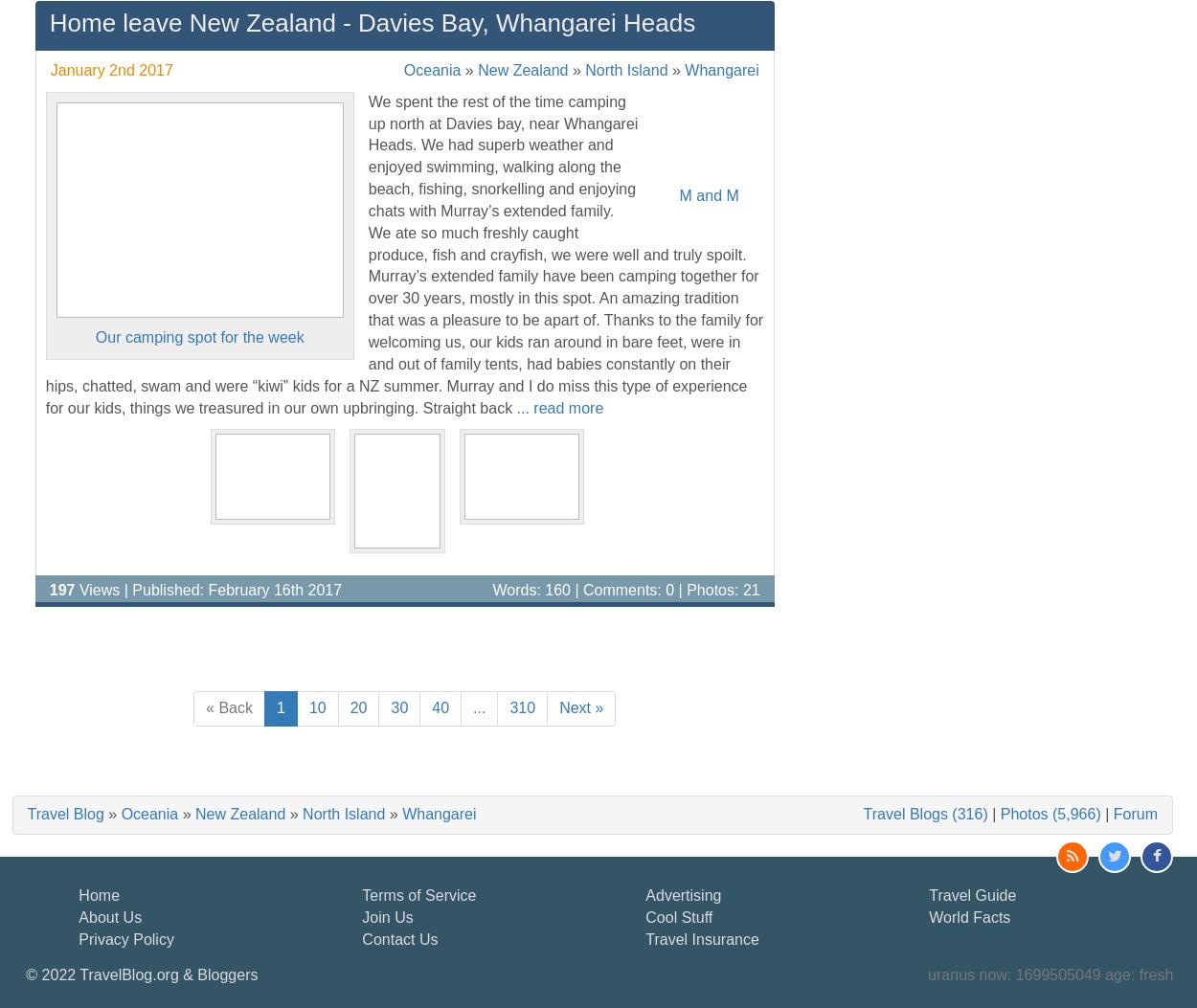 The image size is (1197, 1008). Describe the element at coordinates (1050, 974) in the screenshot. I see `'uranus  now: 1699505049 age: fresh'` at that location.